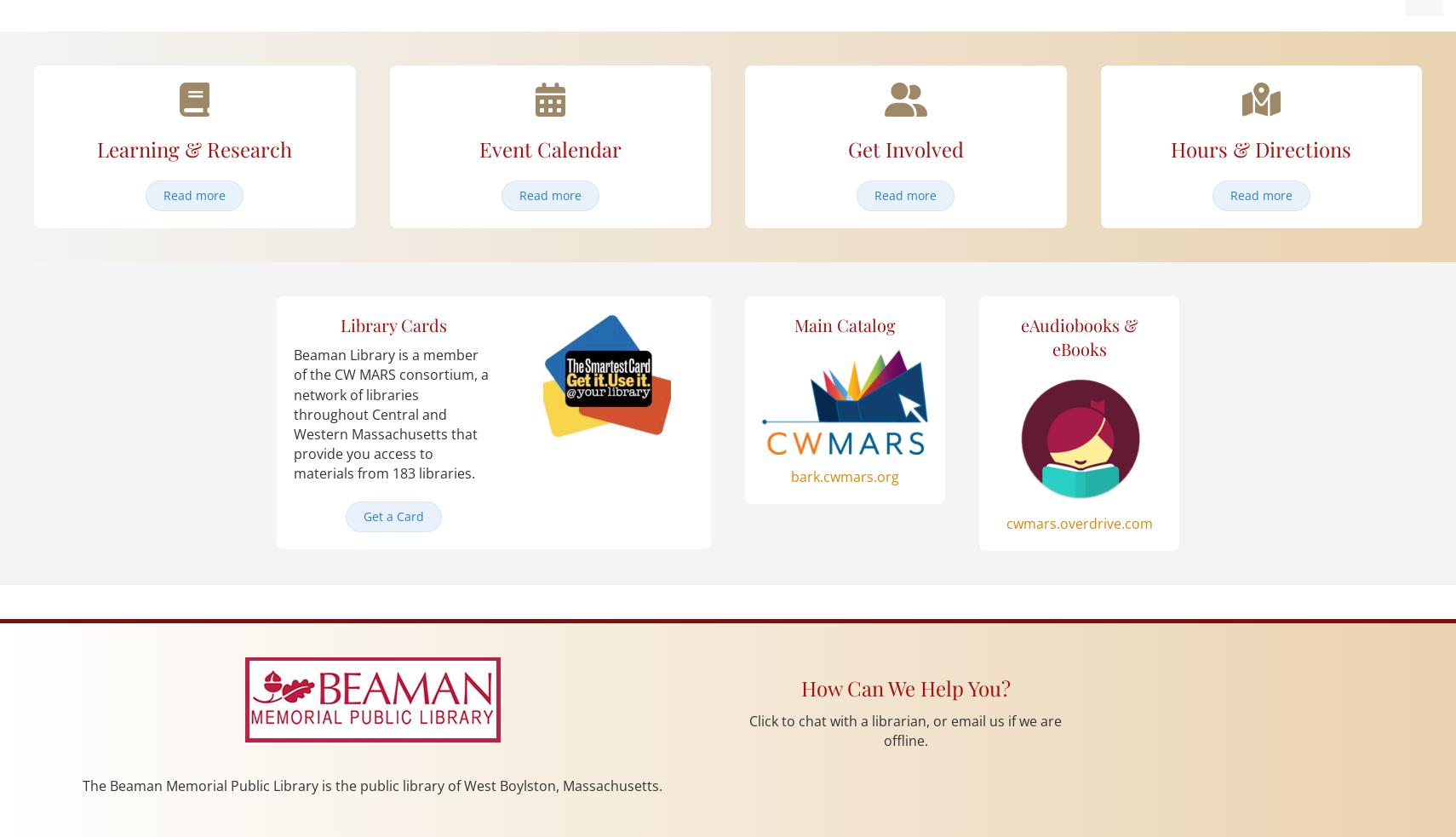 The height and width of the screenshot is (837, 1456). I want to click on 'Event Calendar', so click(549, 147).